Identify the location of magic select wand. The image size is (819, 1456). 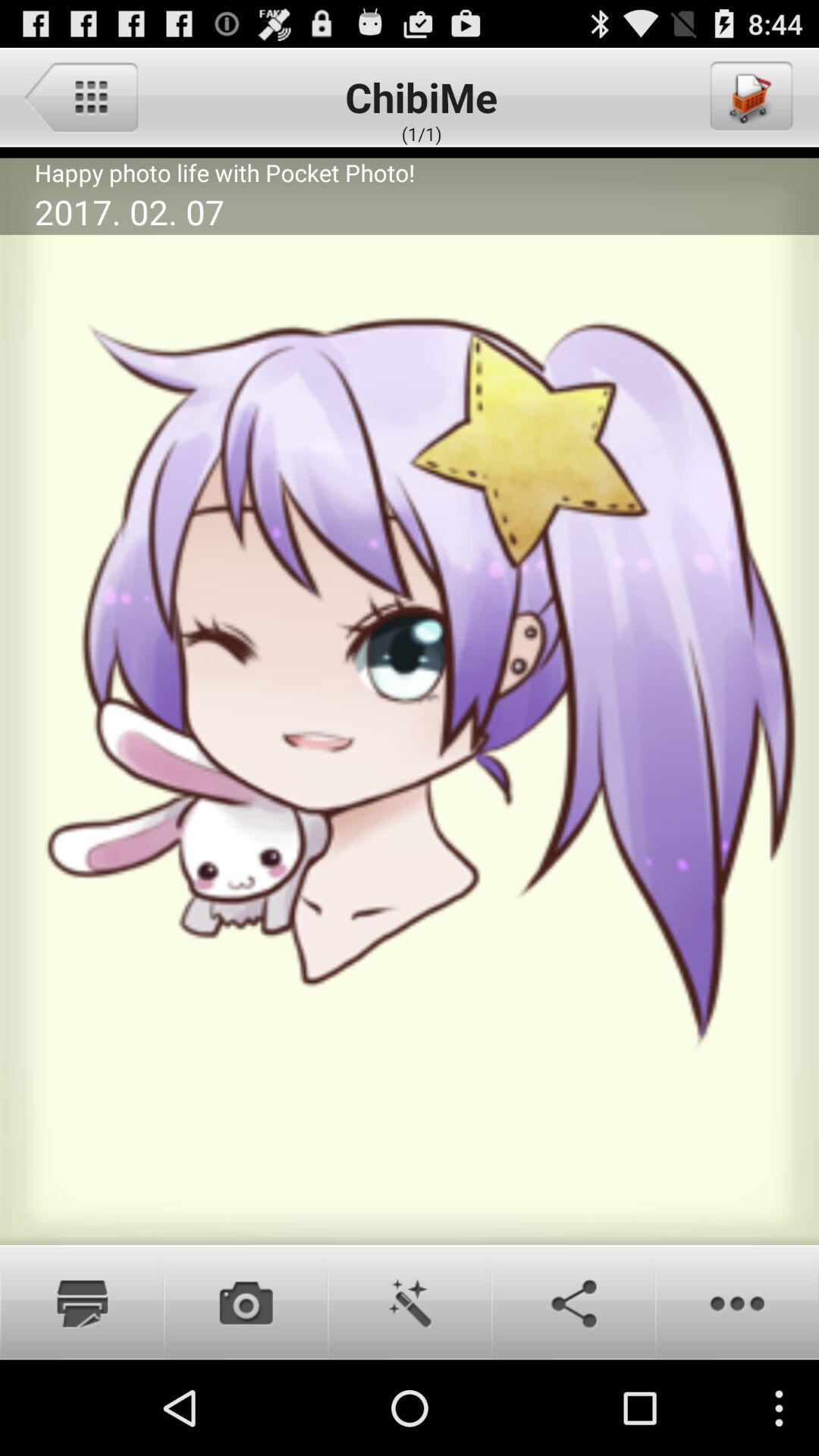
(409, 1301).